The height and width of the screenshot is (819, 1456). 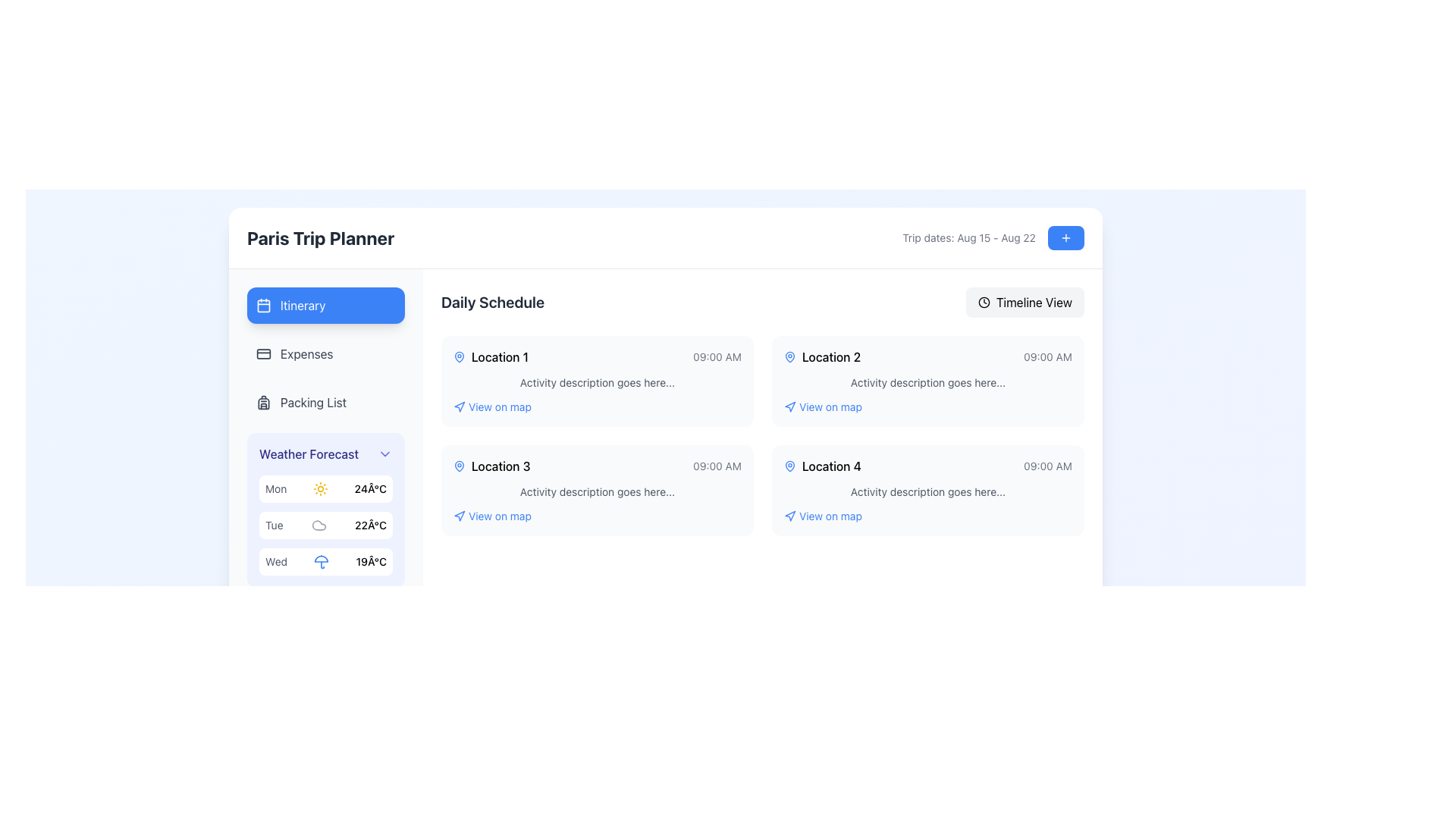 What do you see at coordinates (325, 453) in the screenshot?
I see `the dropdown header for the weather section located at the top of the weather details for Monday` at bounding box center [325, 453].